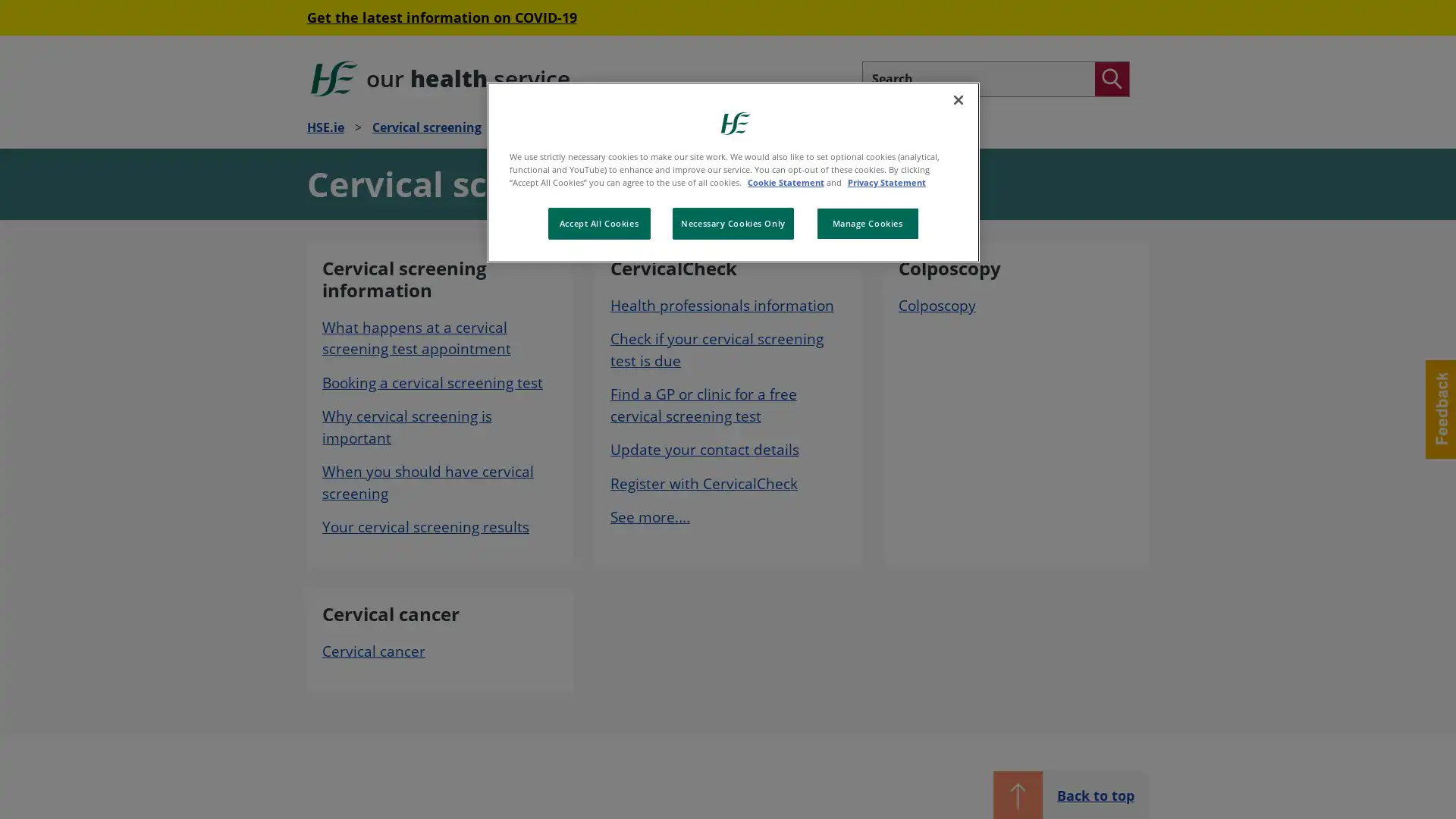 Image resolution: width=1456 pixels, height=819 pixels. Describe the element at coordinates (733, 223) in the screenshot. I see `Necessary Cookies Only` at that location.